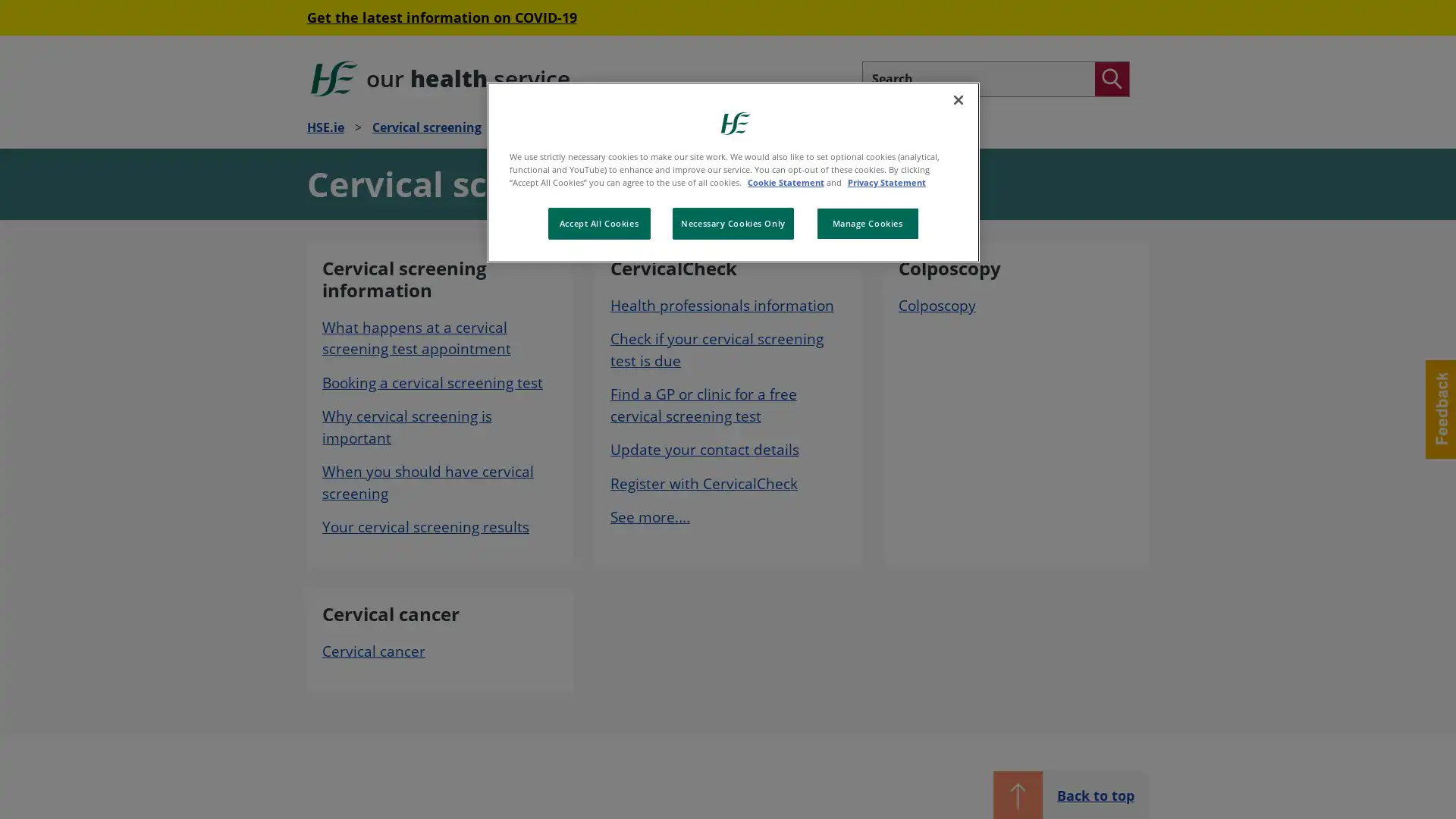 Image resolution: width=1456 pixels, height=819 pixels. Describe the element at coordinates (733, 223) in the screenshot. I see `Necessary Cookies Only` at that location.